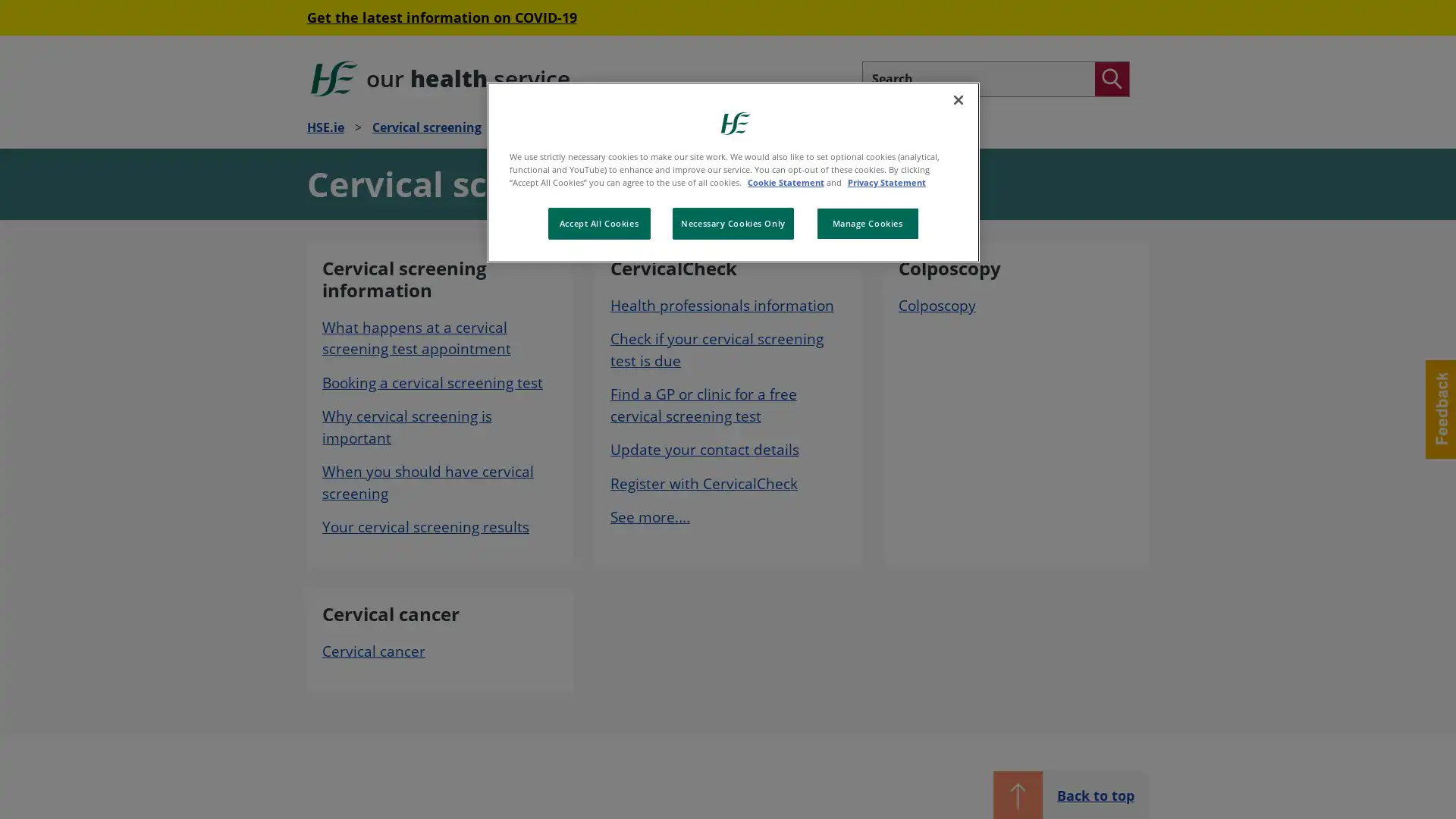 Image resolution: width=1456 pixels, height=819 pixels. Describe the element at coordinates (733, 223) in the screenshot. I see `Necessary Cookies Only` at that location.